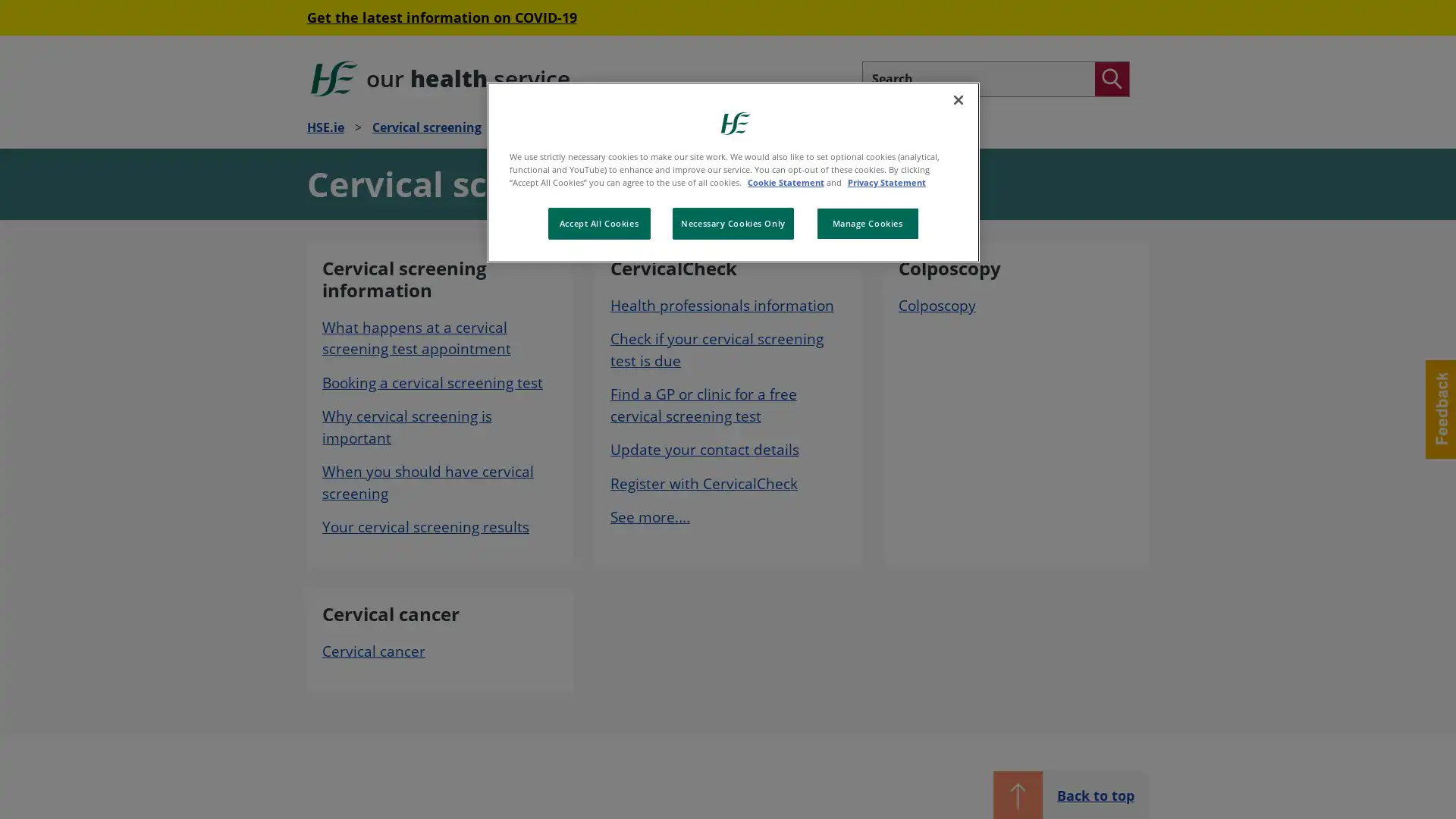 Image resolution: width=1456 pixels, height=819 pixels. Describe the element at coordinates (733, 223) in the screenshot. I see `Necessary Cookies Only` at that location.